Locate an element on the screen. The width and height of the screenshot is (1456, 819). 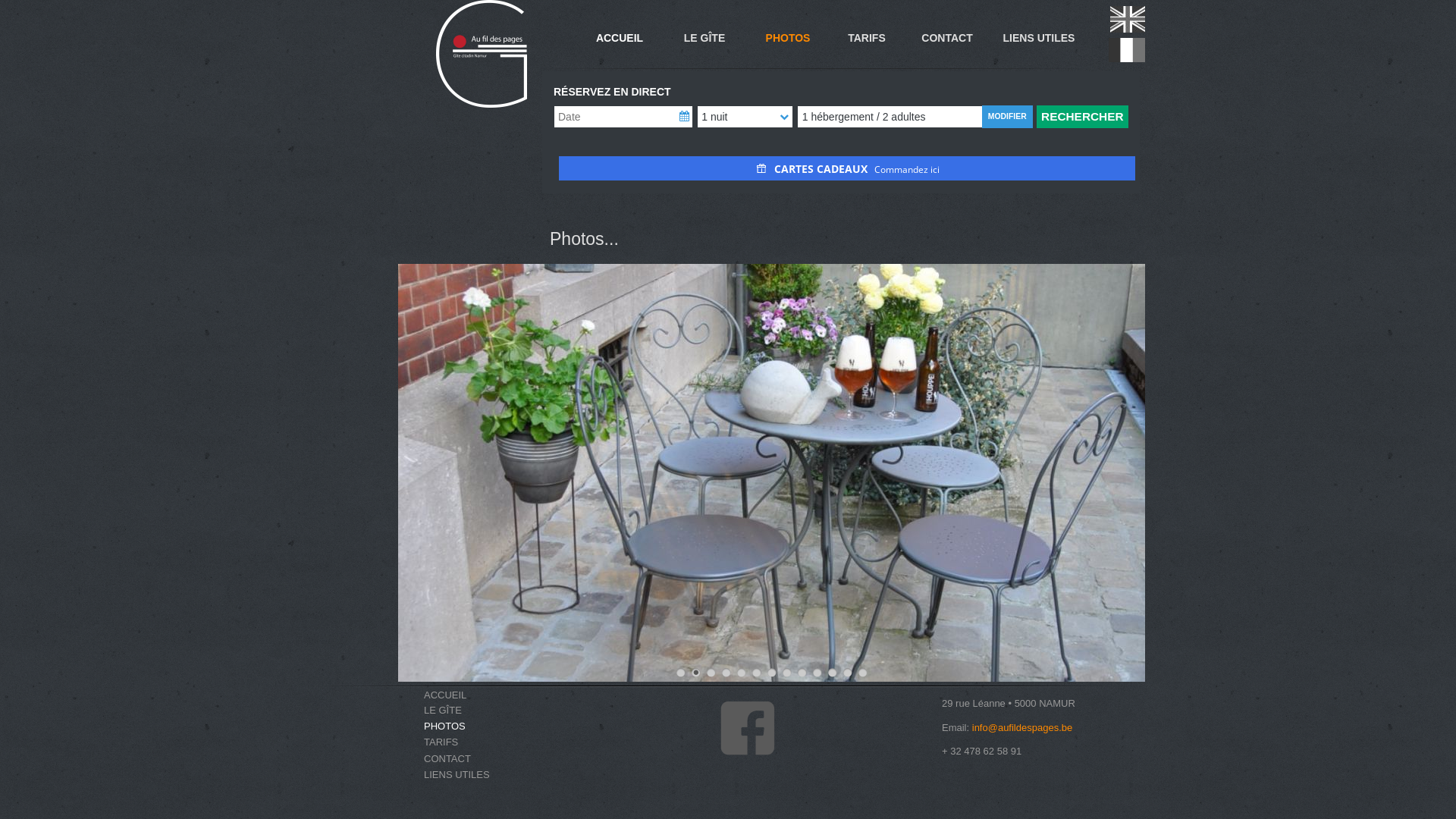
'RECHERCHER' is located at coordinates (1036, 116).